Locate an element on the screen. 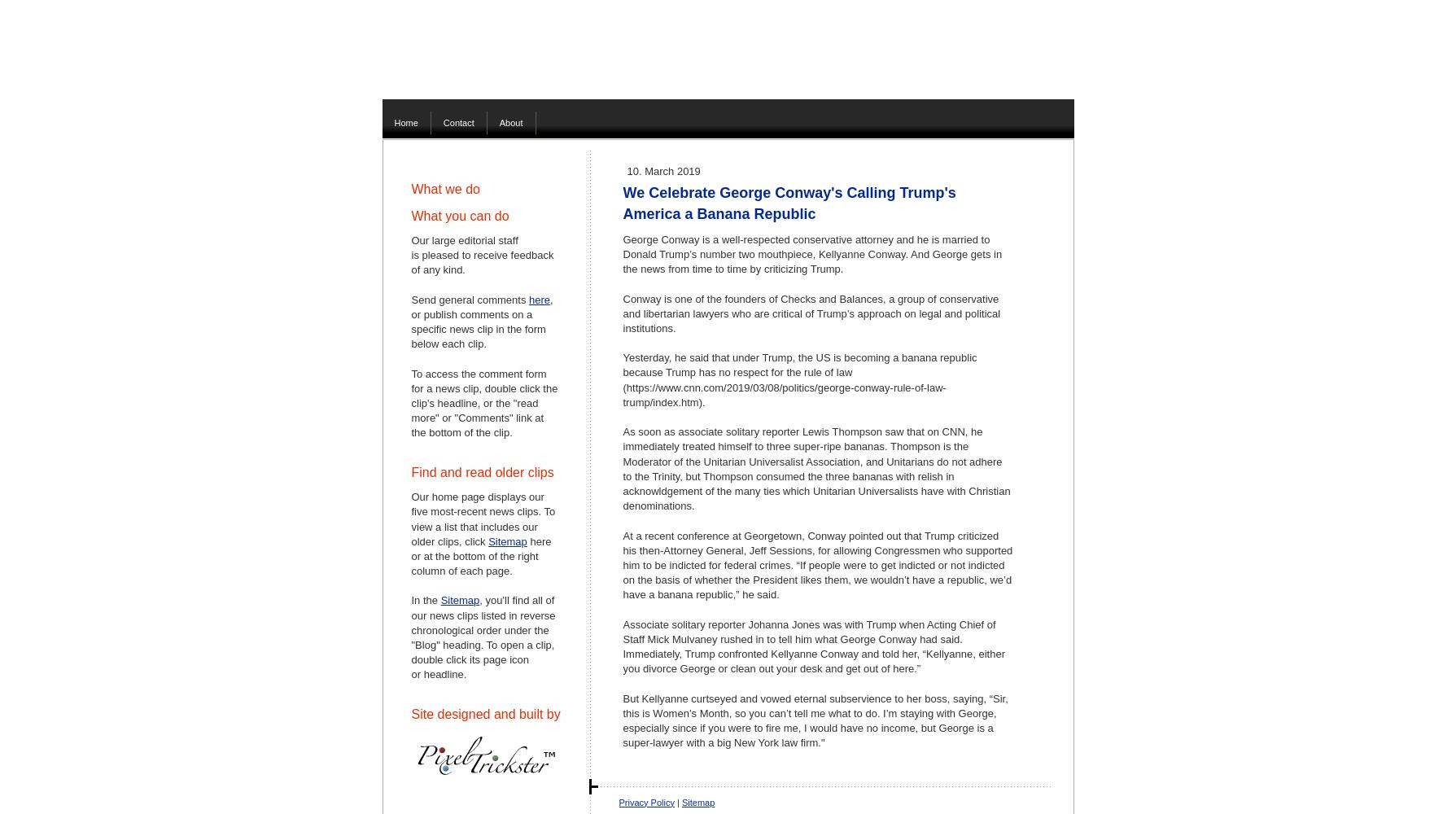 This screenshot has width=1456, height=814. 'here' is located at coordinates (540, 298).